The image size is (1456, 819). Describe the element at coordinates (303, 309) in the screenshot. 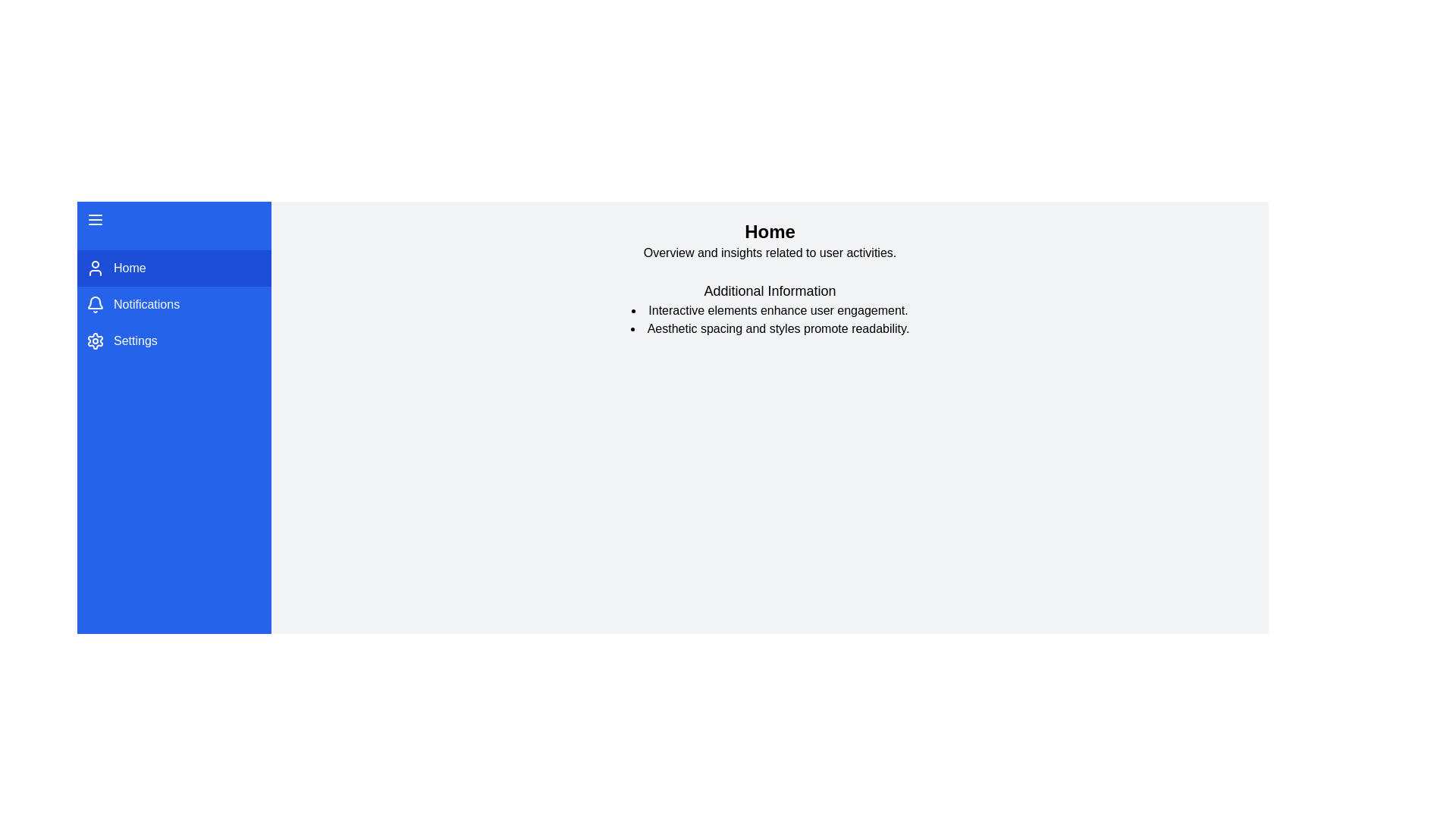

I see `the first item of the additional information list` at that location.